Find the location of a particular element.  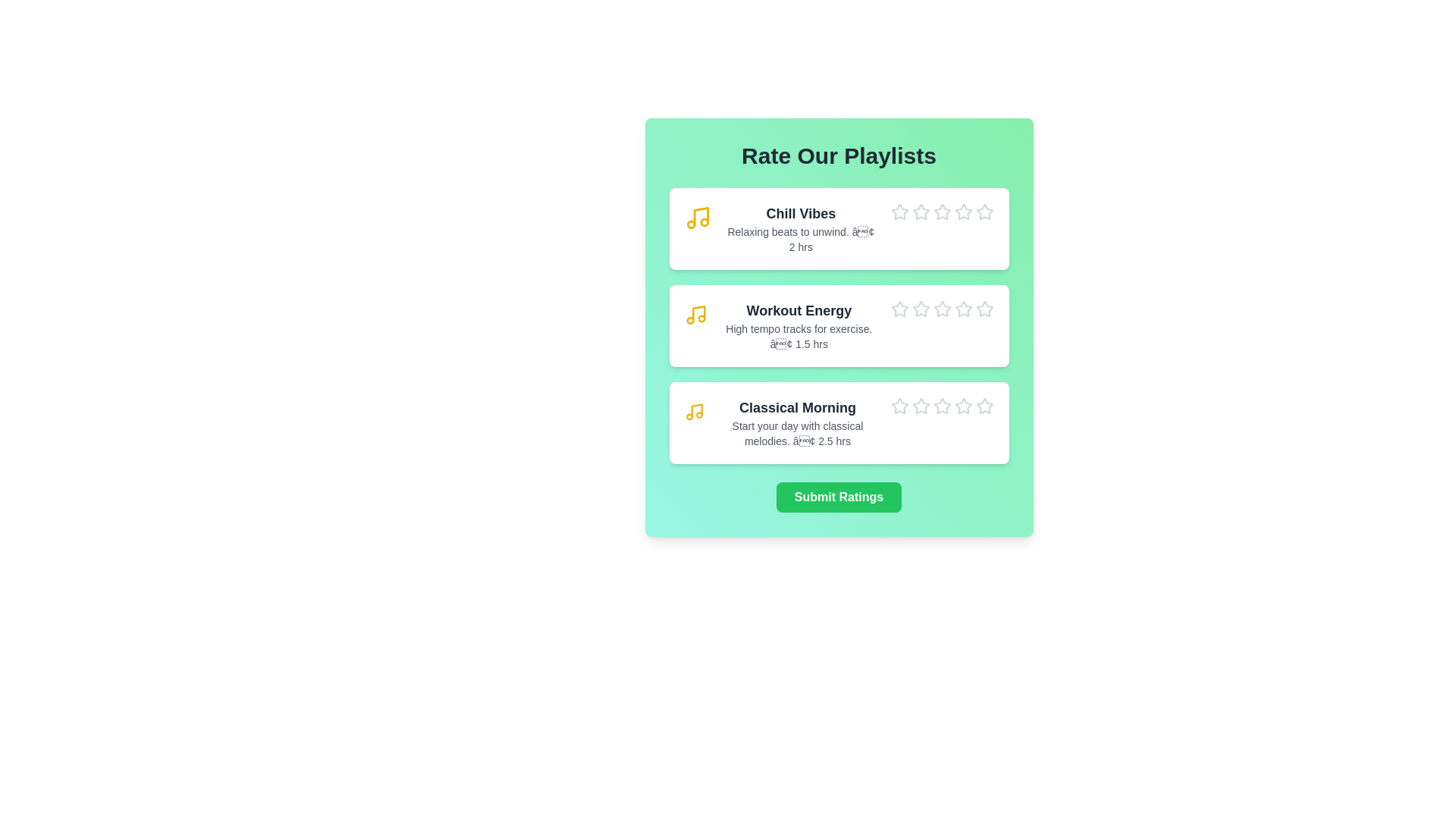

the star icon corresponding to 1 stars for the playlist Chill Vibes is located at coordinates (890, 202).